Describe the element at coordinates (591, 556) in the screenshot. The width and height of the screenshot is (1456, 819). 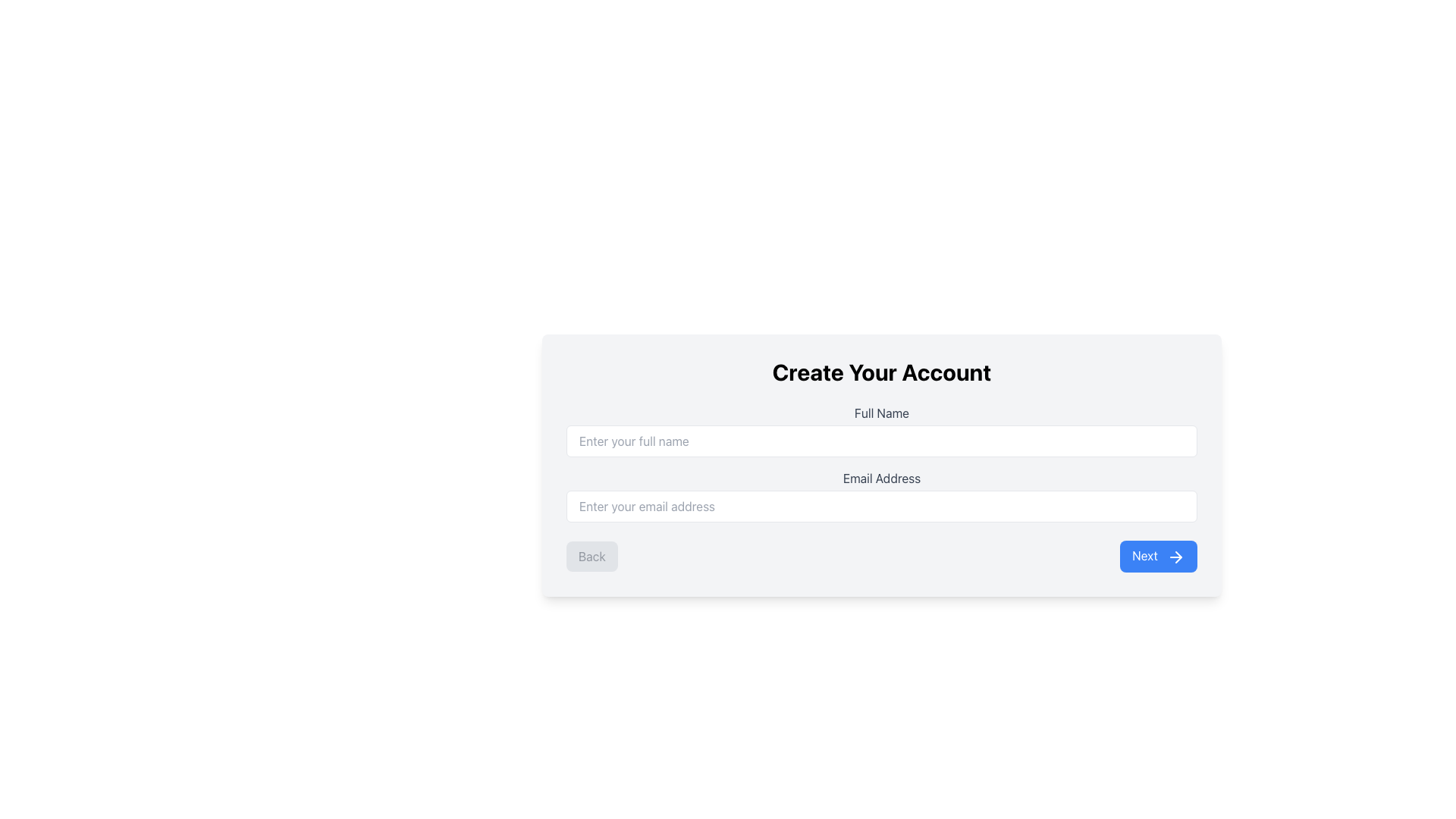
I see `the disabled navigation button located at the bottom left of the form, which is non-functional and positioned to the left of the 'Next' button` at that location.